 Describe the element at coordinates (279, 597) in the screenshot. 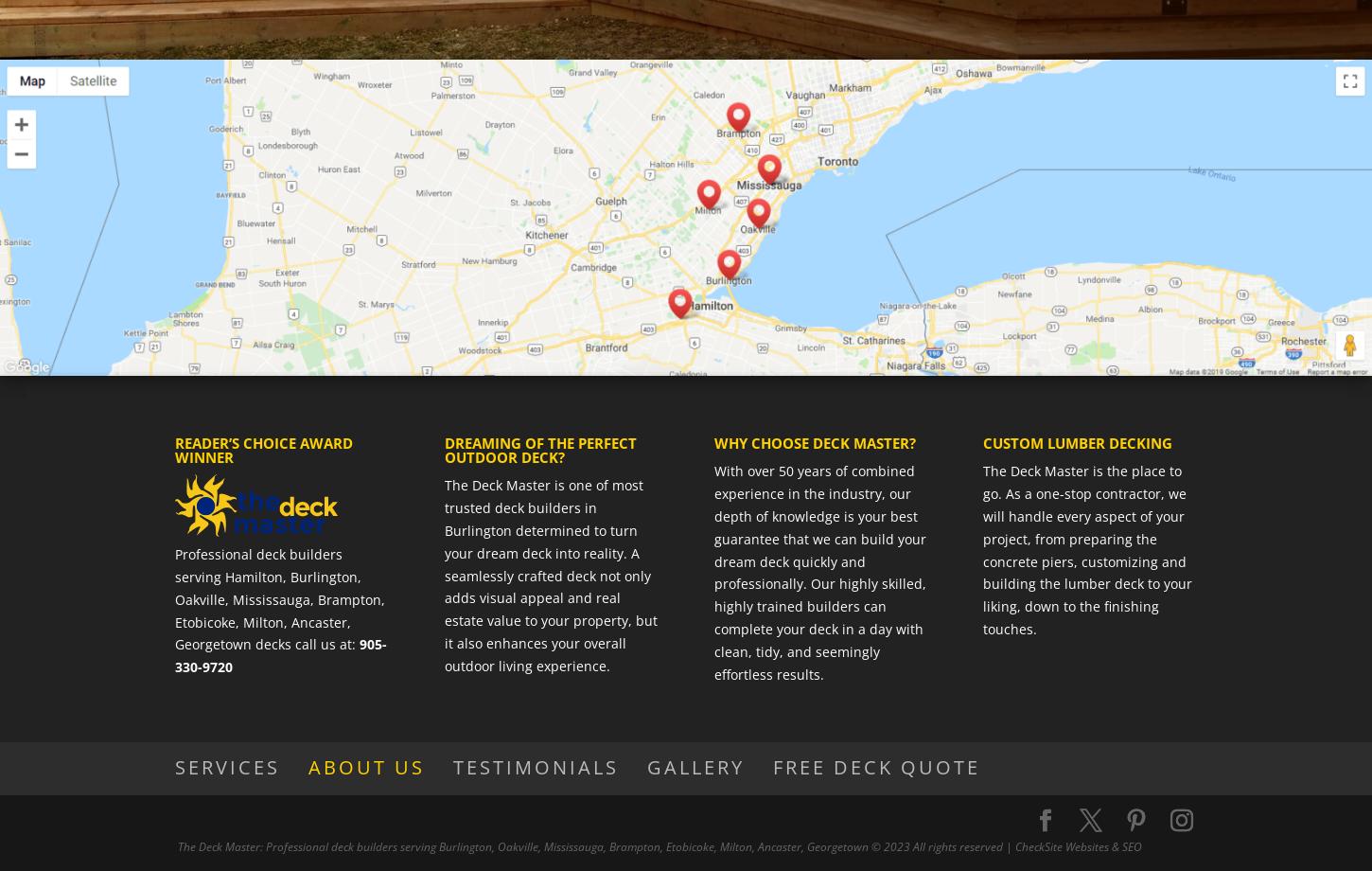

I see `'Professional deck builders serving Hamilton, Burlington, Oakville, Mississauga, Brampton, Etobicoke, Milton, Ancaster, Georgetown decks call us at:'` at that location.